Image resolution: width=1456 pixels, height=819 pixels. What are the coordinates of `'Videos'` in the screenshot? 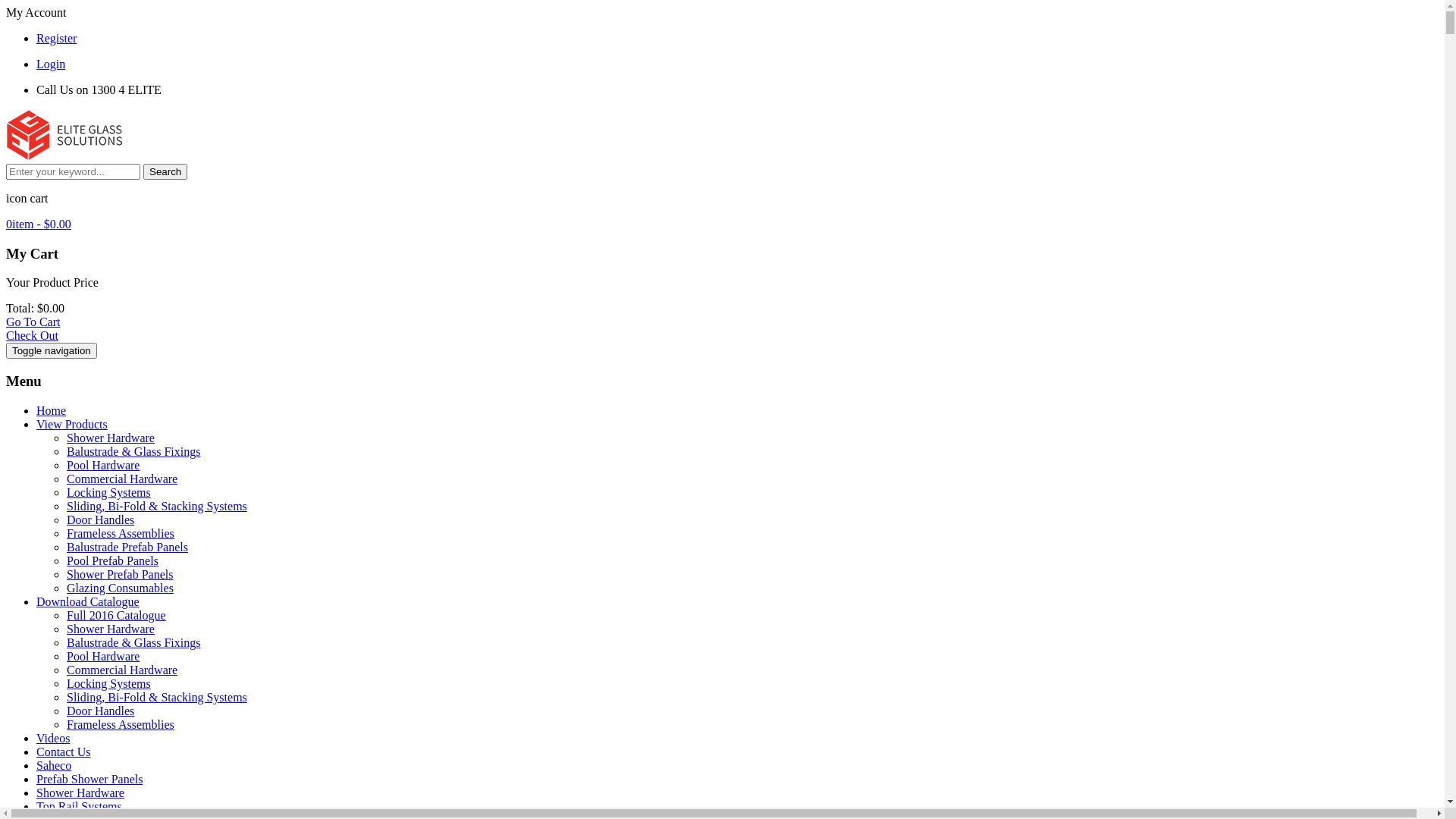 It's located at (53, 737).